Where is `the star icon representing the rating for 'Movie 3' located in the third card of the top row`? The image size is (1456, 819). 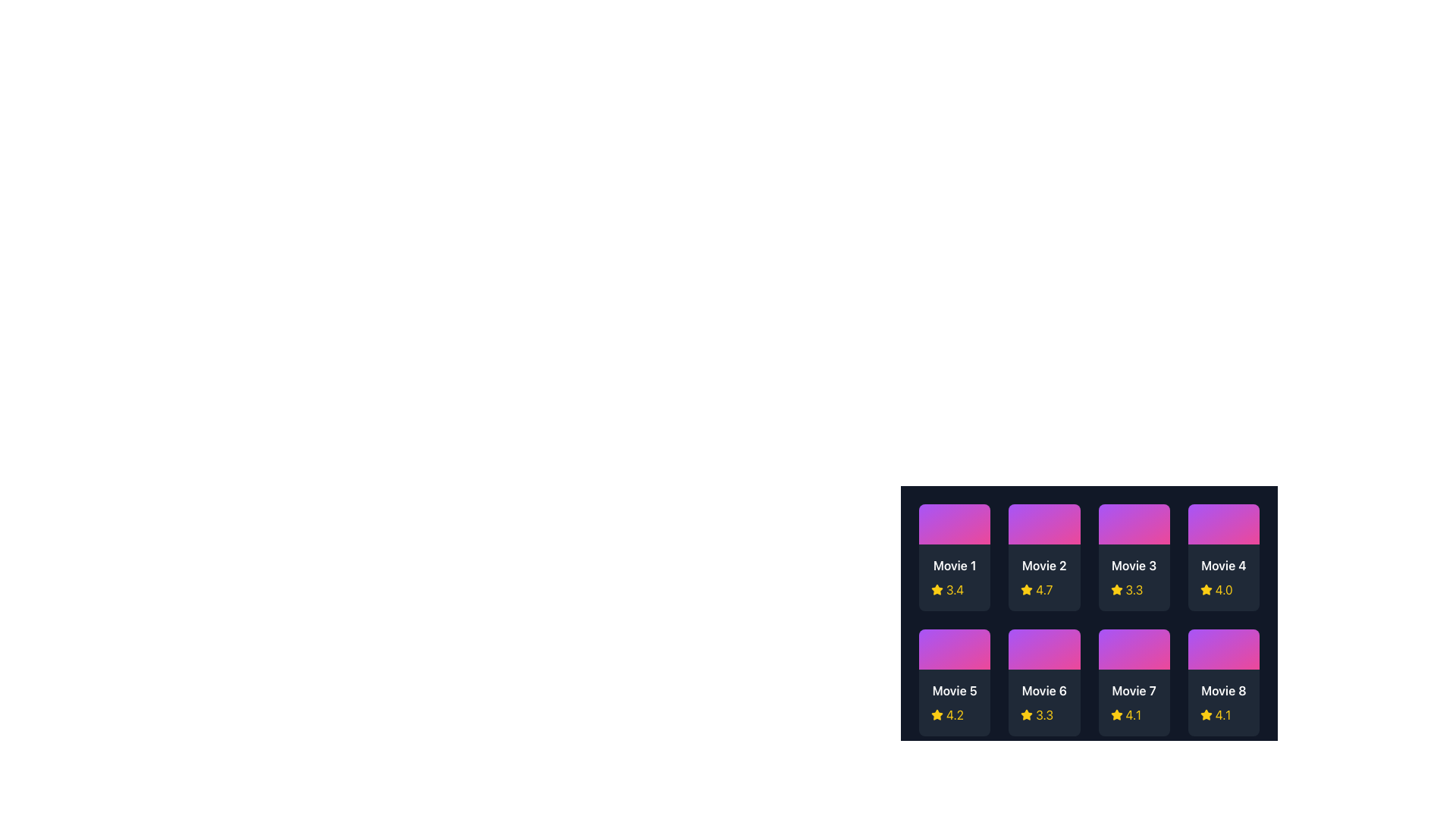
the star icon representing the rating for 'Movie 3' located in the third card of the top row is located at coordinates (1116, 588).